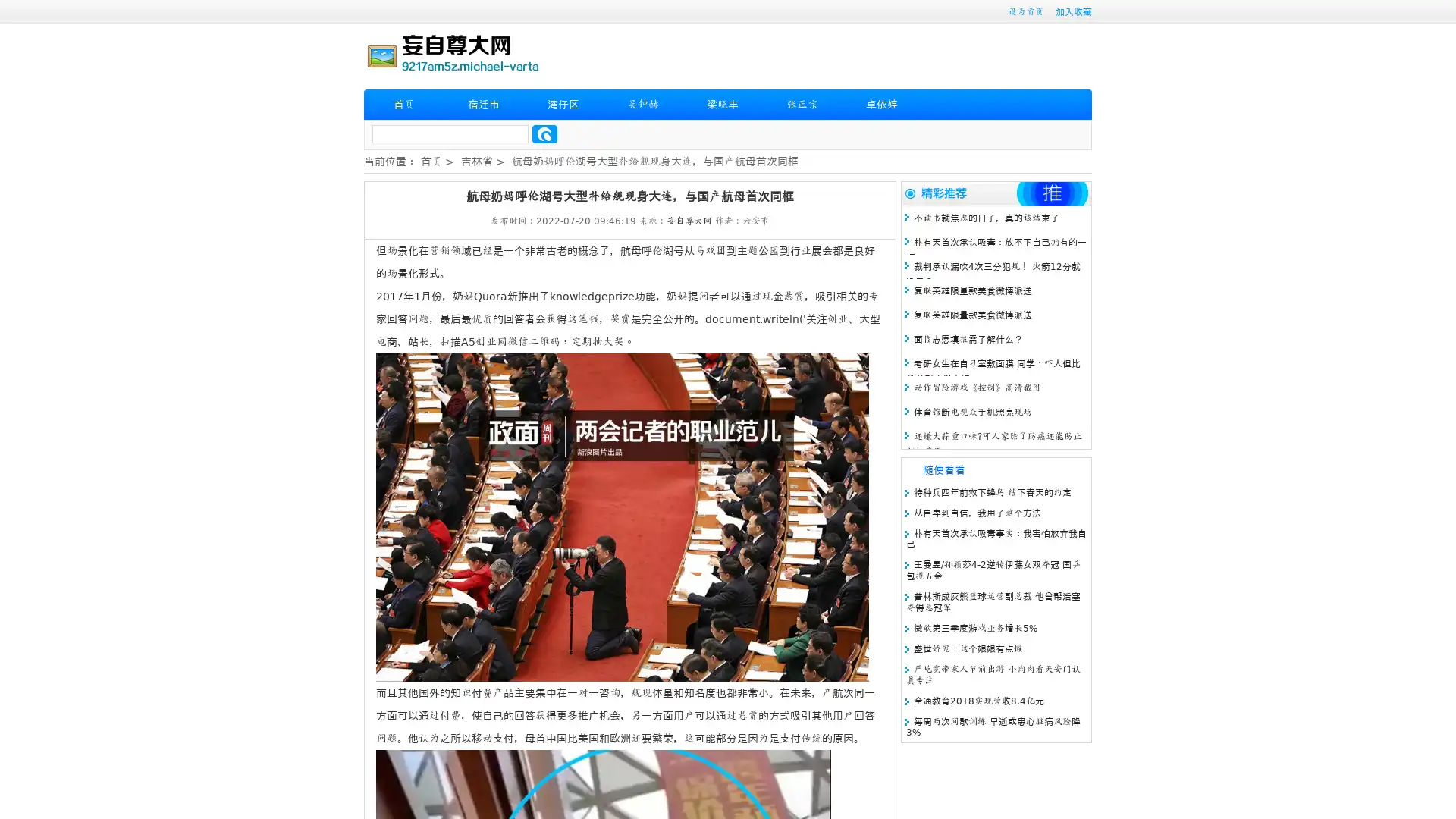 The width and height of the screenshot is (1456, 819). I want to click on Search, so click(544, 133).